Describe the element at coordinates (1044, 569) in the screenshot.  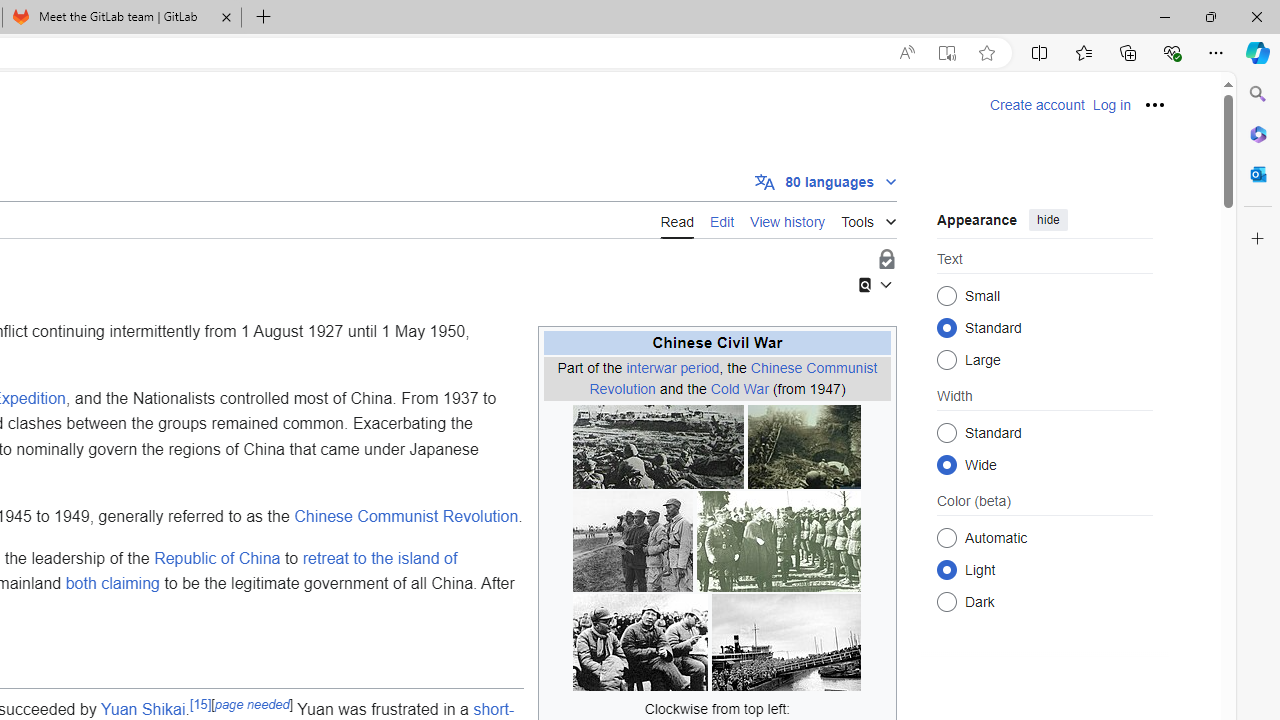
I see `'Class: mw-list-item mw-list-item-js'` at that location.